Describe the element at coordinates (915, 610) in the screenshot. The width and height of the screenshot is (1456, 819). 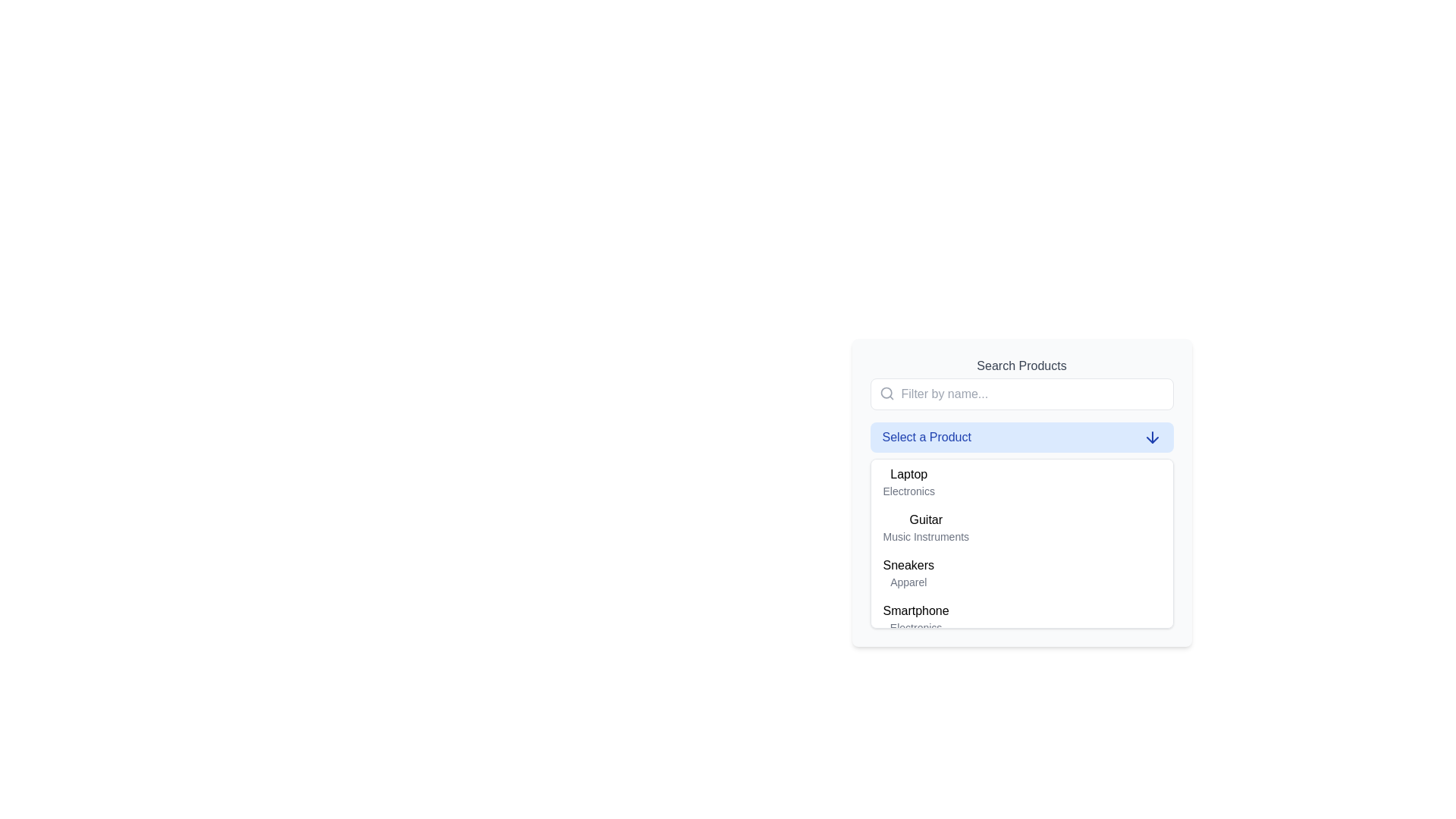
I see `to select the 'Smartphone' category from the dropdown menu located above 'Electronics'` at that location.